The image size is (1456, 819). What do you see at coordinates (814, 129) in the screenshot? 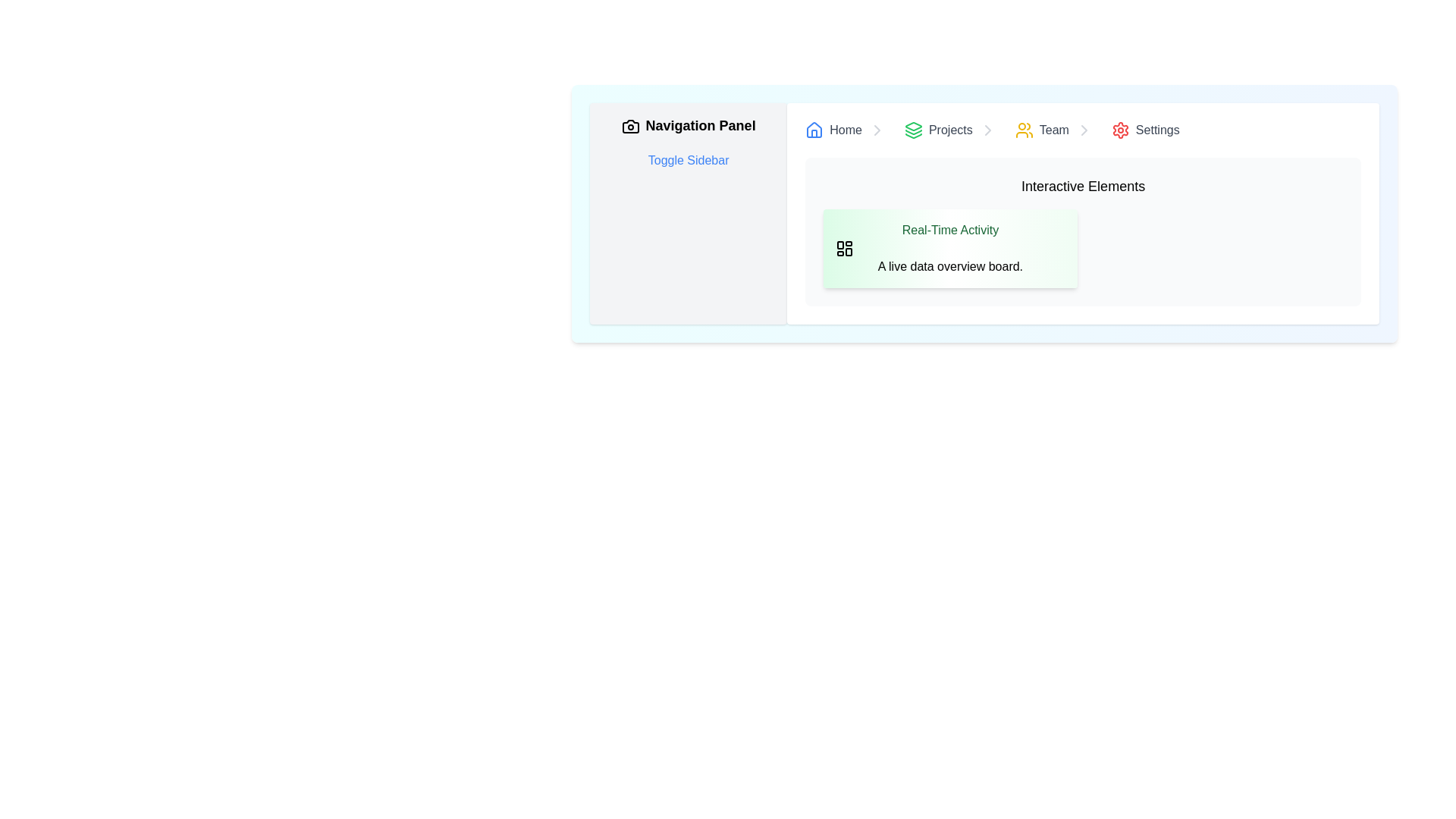
I see `the house icon button, which is styled in blue and represents the 'home' section in the top navigation bar` at bounding box center [814, 129].